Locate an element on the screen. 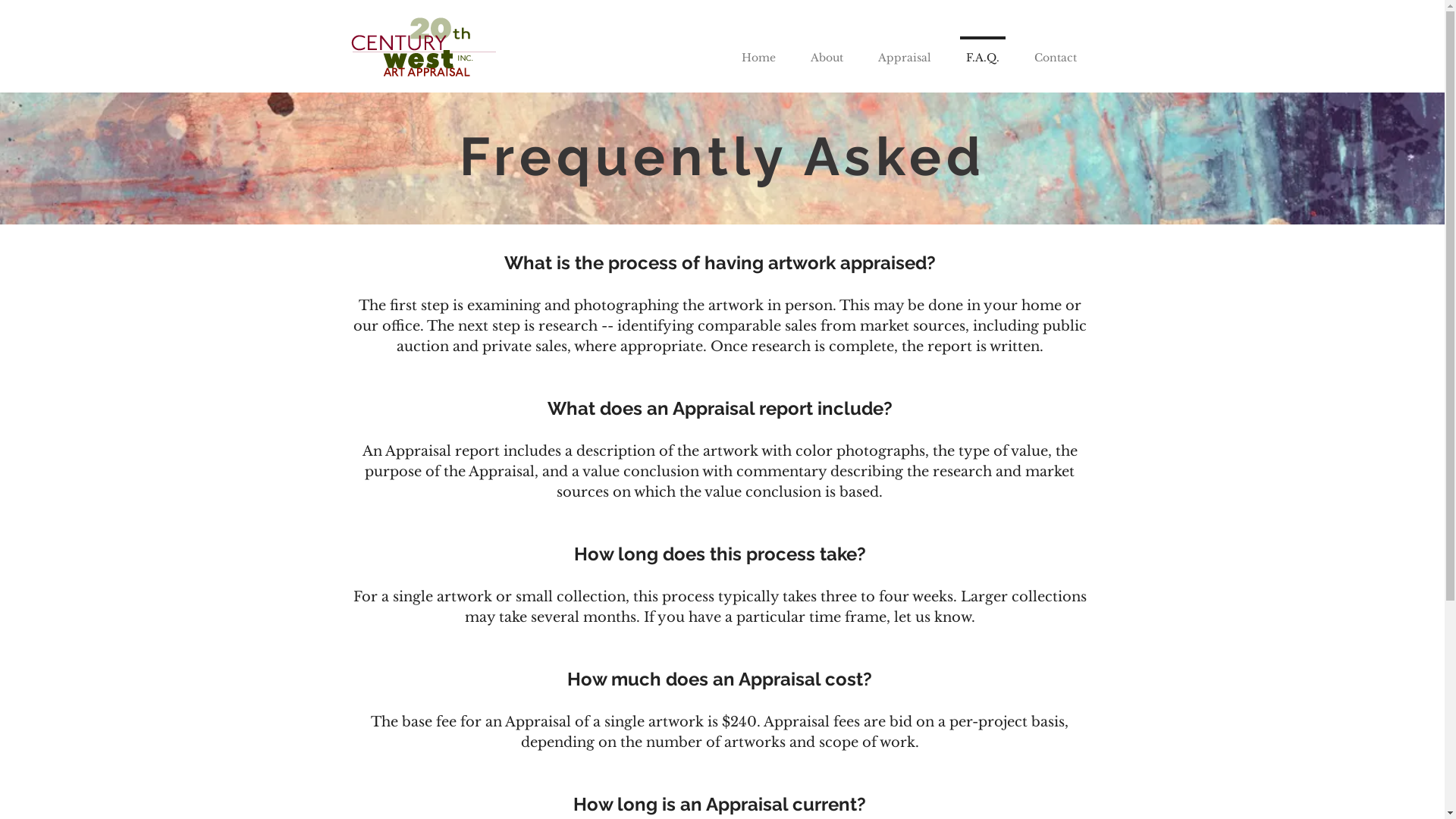 This screenshot has height=819, width=1456. 'Contact' is located at coordinates (1015, 49).